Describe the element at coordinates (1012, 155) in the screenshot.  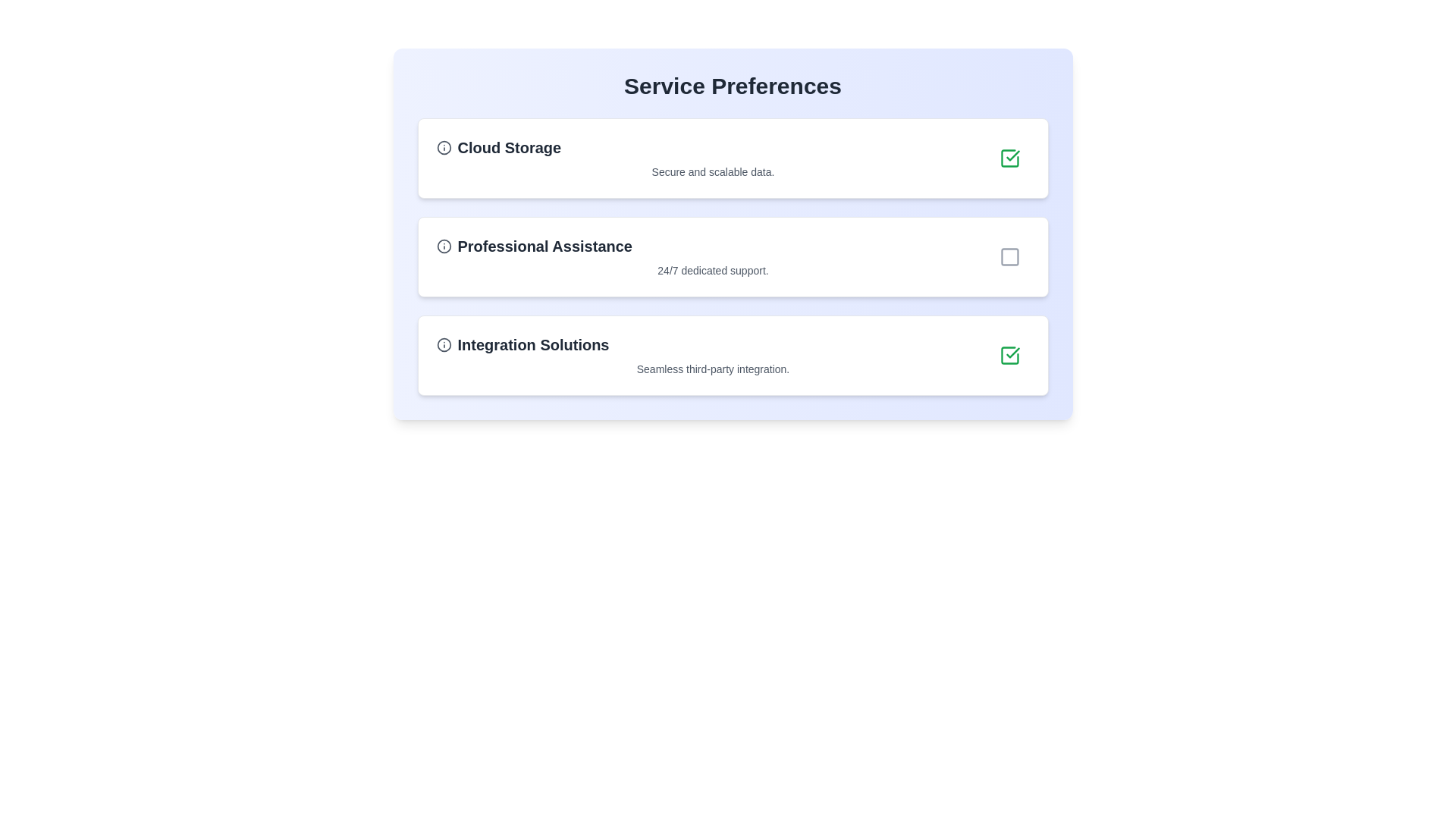
I see `the Cloud Storage icon in the Service Preferences section, which indicates that the Cloud Storage option is selected or enabled` at that location.